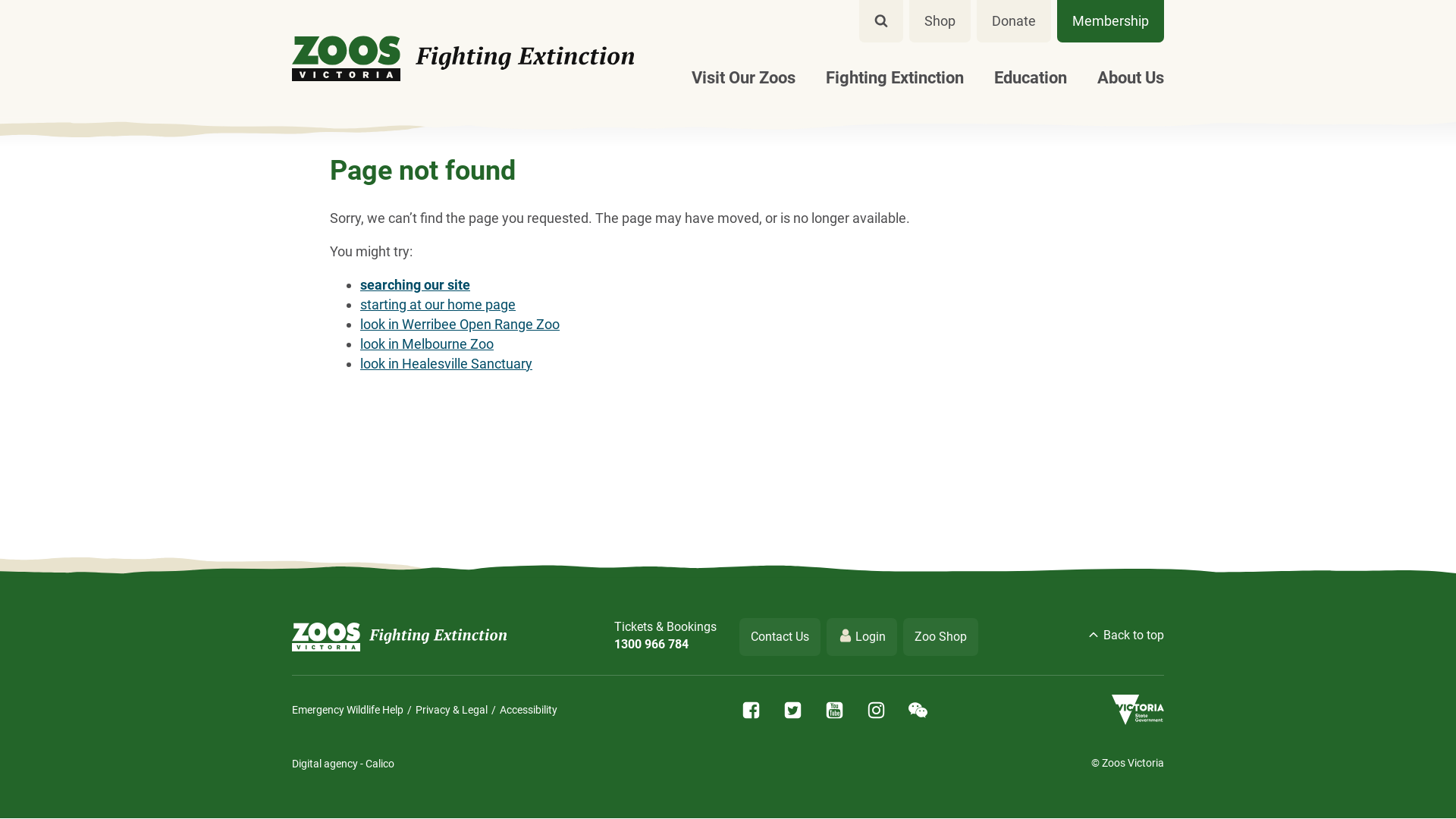 The width and height of the screenshot is (1456, 819). I want to click on 'starting at our home page', so click(437, 304).